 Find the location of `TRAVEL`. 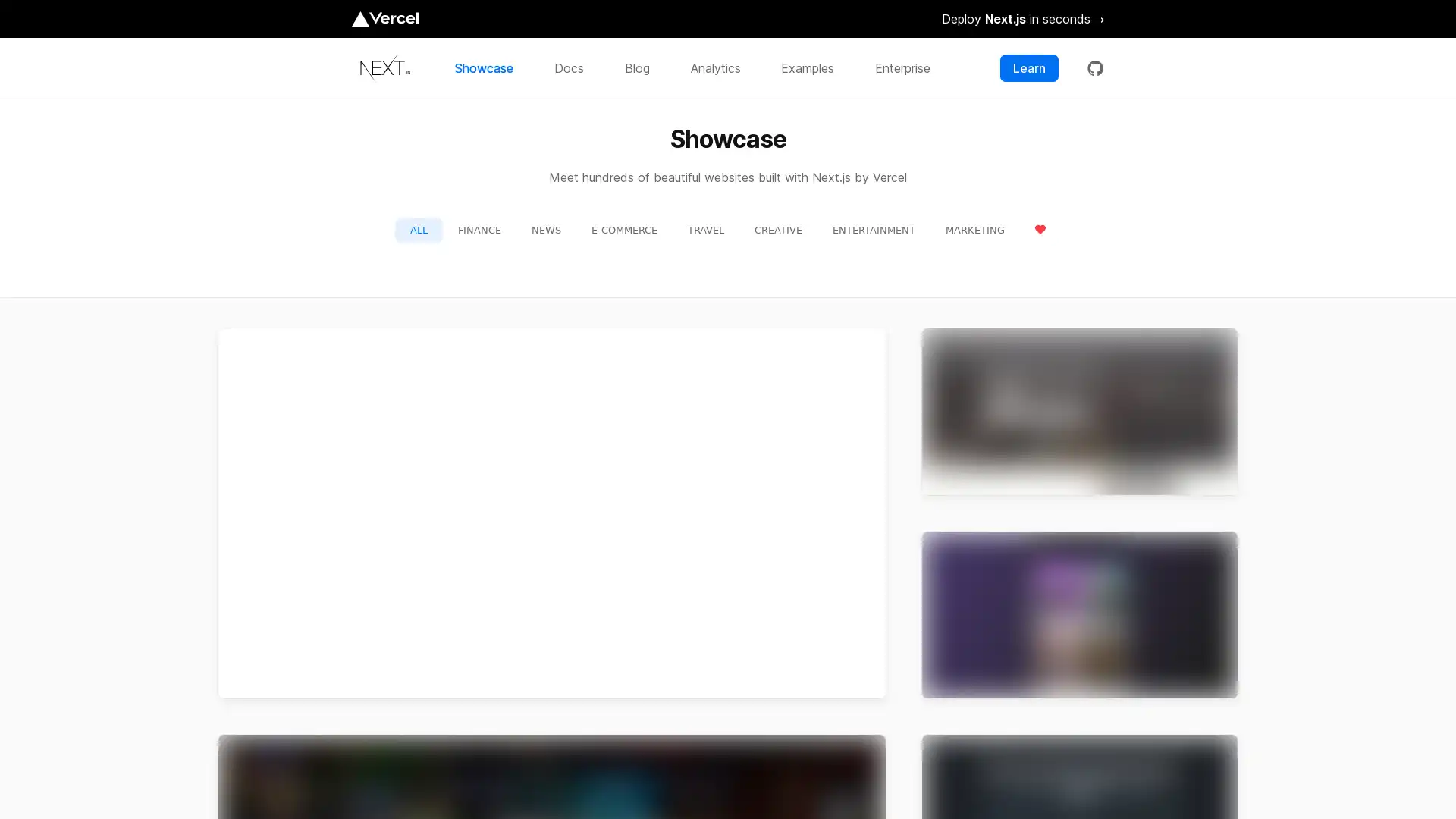

TRAVEL is located at coordinates (705, 230).